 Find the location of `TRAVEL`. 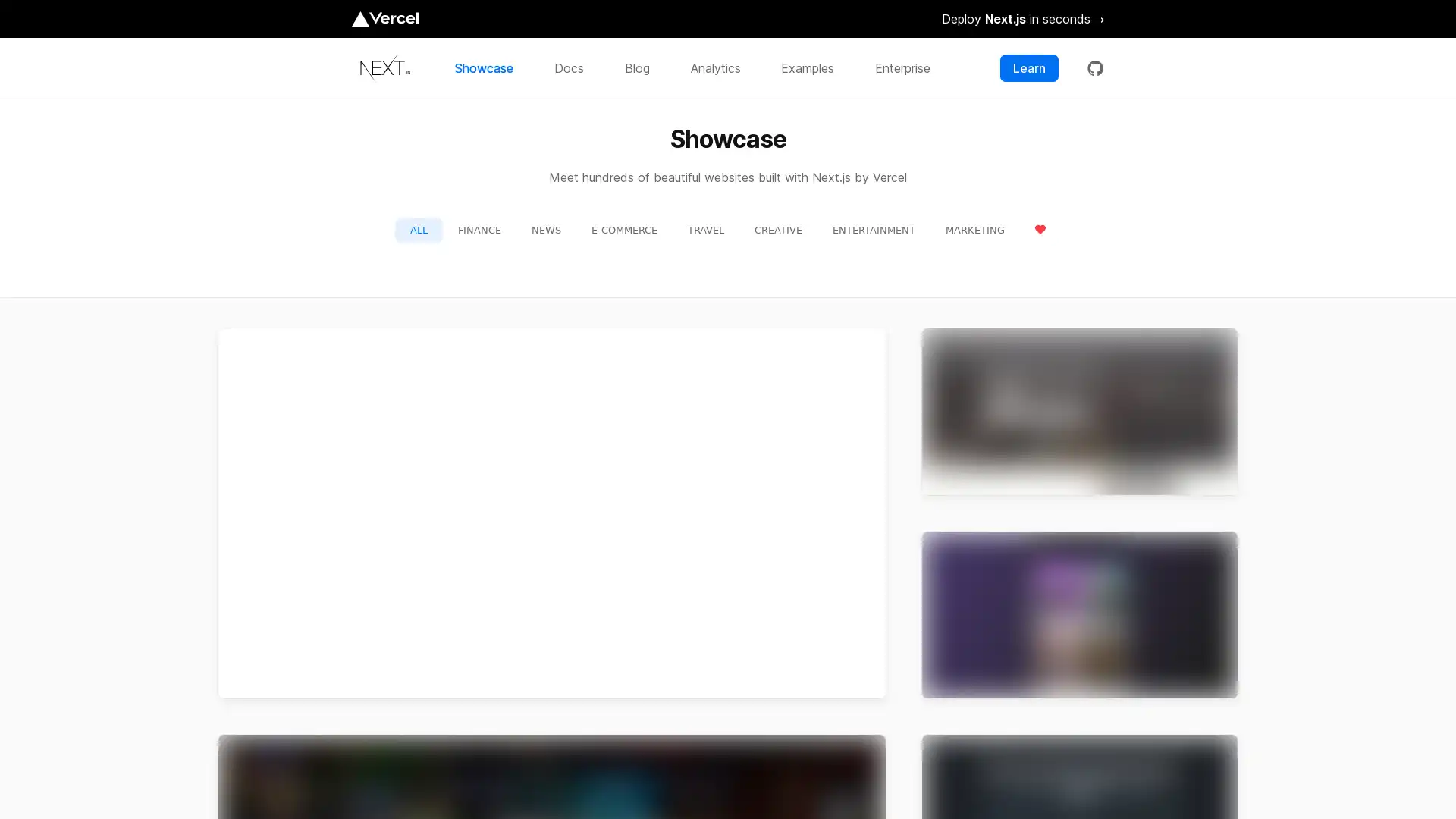

TRAVEL is located at coordinates (705, 230).